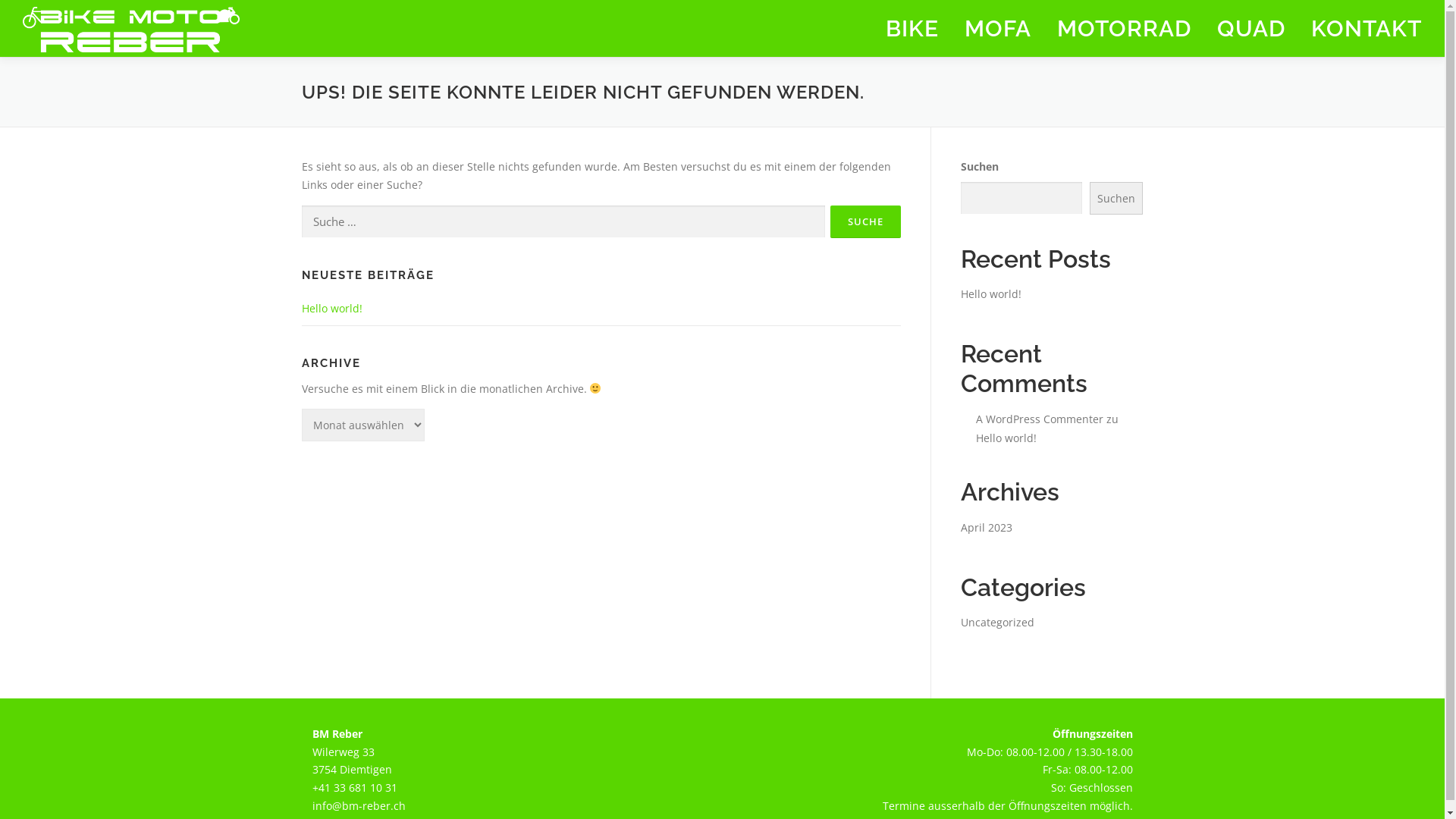 Image resolution: width=1456 pixels, height=819 pixels. I want to click on 'A WordPress Commenter', so click(1037, 419).